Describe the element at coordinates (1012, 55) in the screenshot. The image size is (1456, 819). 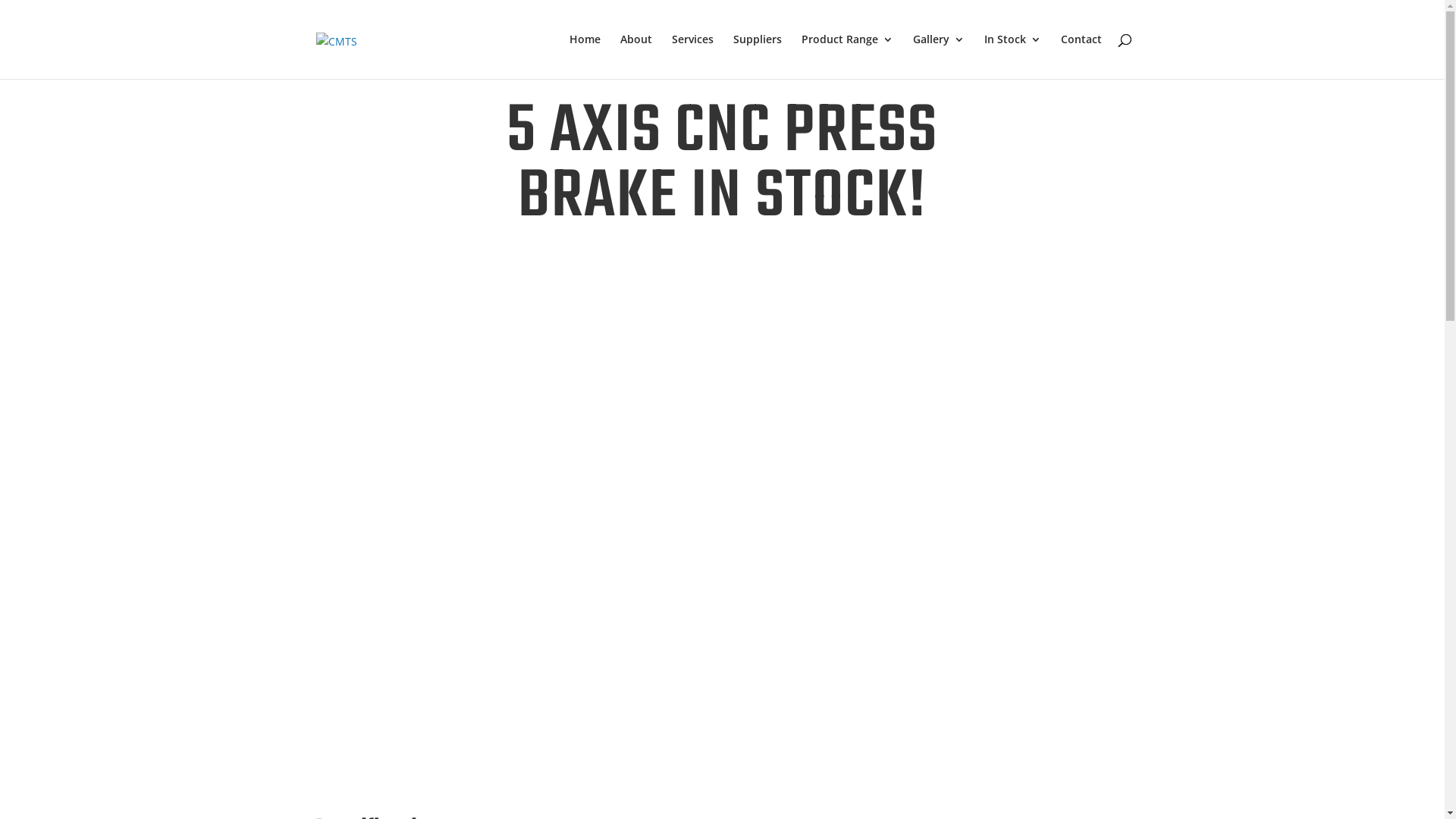
I see `'In Stock'` at that location.